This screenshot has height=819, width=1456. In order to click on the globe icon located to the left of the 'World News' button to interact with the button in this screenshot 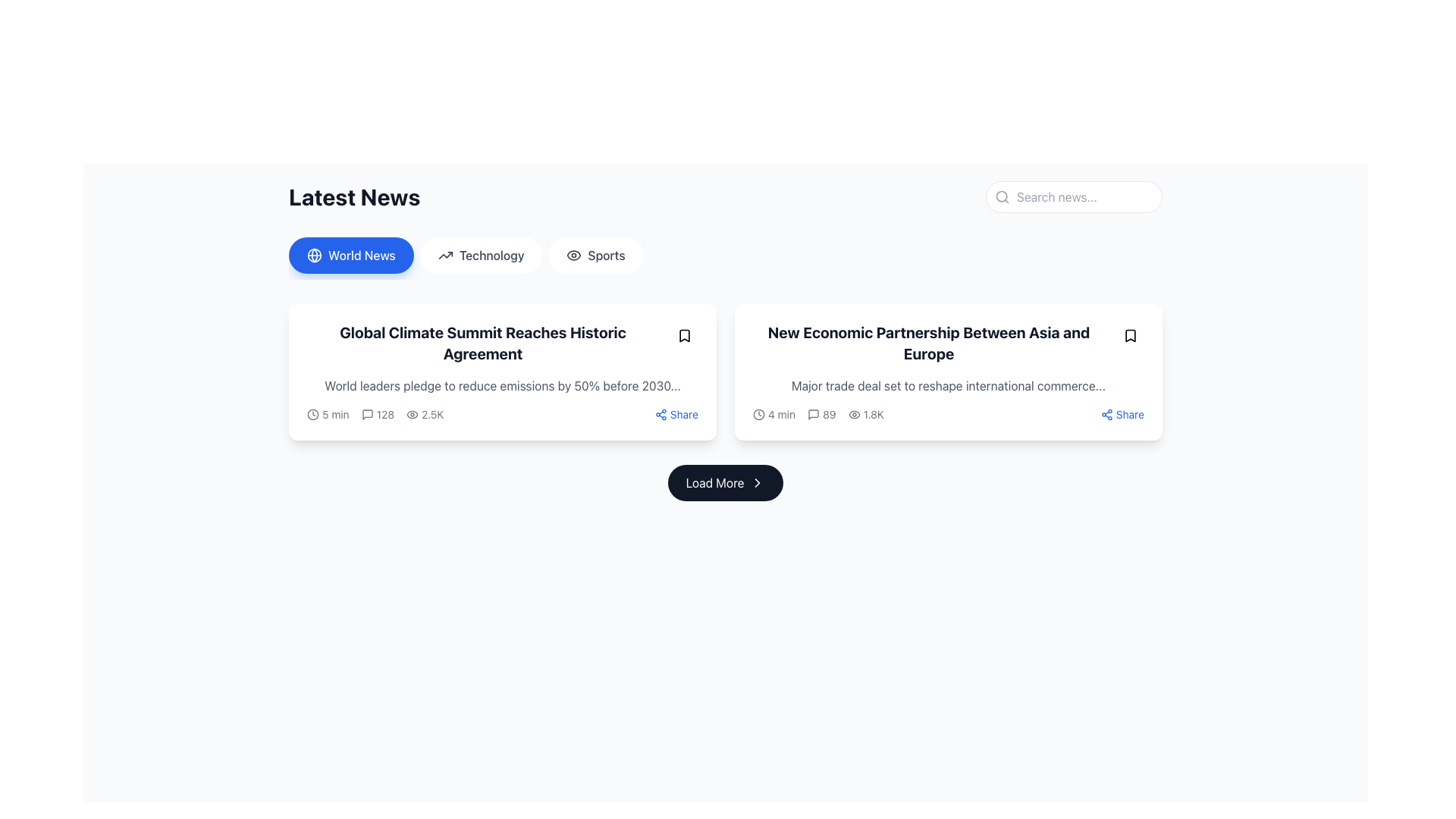, I will do `click(313, 254)`.